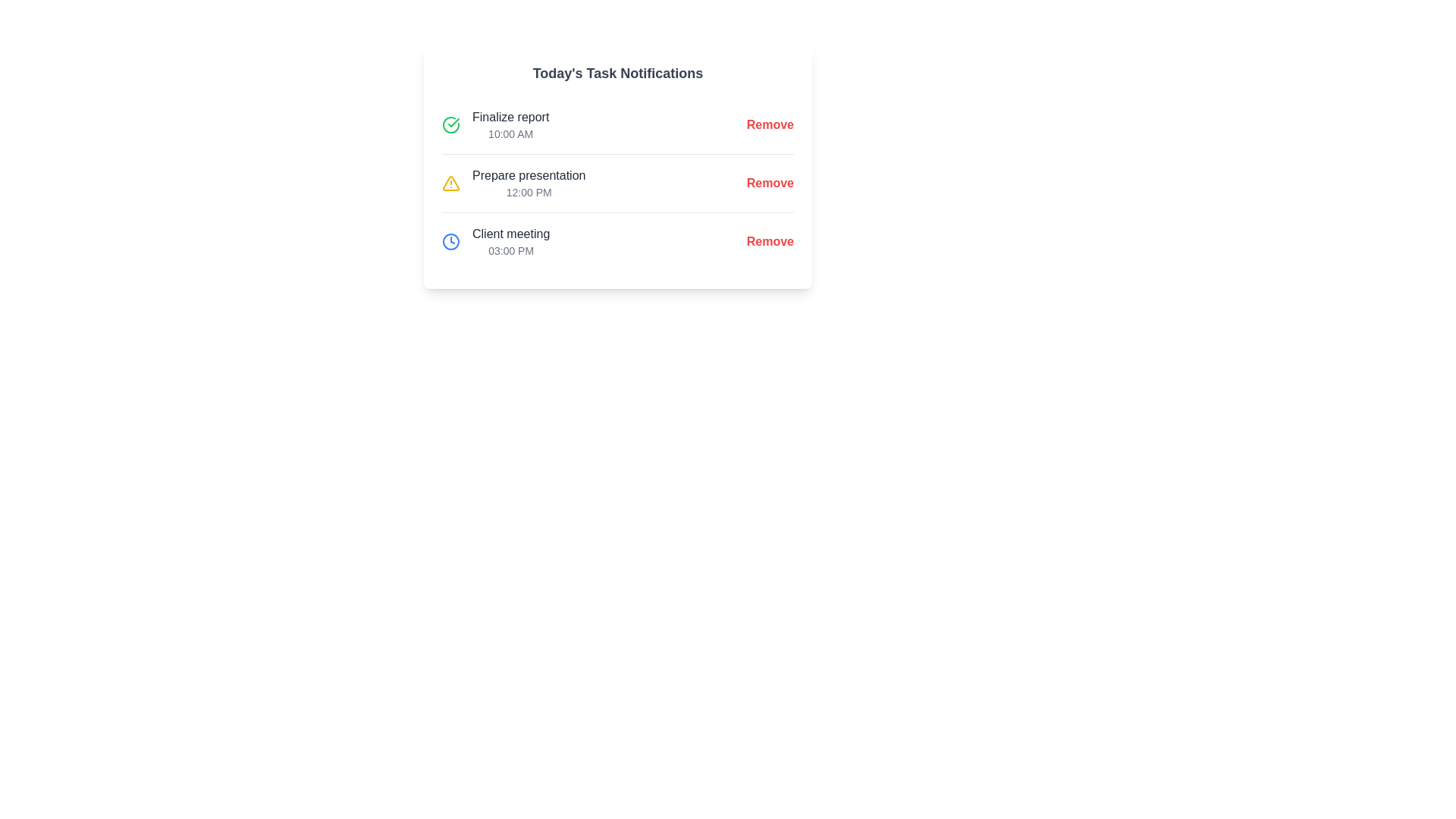 This screenshot has width=1456, height=819. Describe the element at coordinates (496, 241) in the screenshot. I see `the list item labeled 'Client meeting' with the timestamp '03:00 PM' and a clock icon to its left, which is the third item in the notification box` at that location.